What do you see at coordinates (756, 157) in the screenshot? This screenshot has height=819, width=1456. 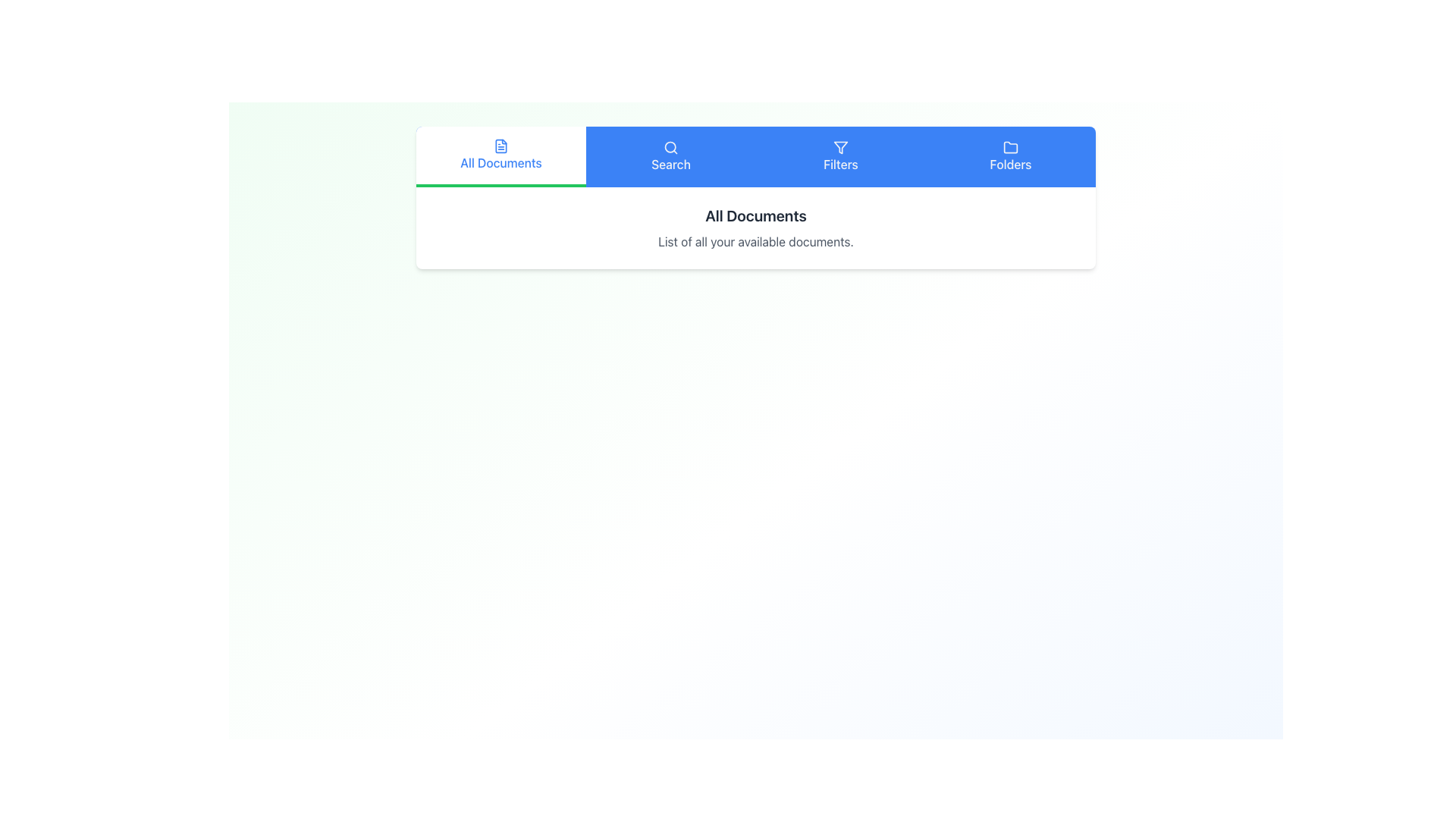 I see `the Navigation bar` at bounding box center [756, 157].